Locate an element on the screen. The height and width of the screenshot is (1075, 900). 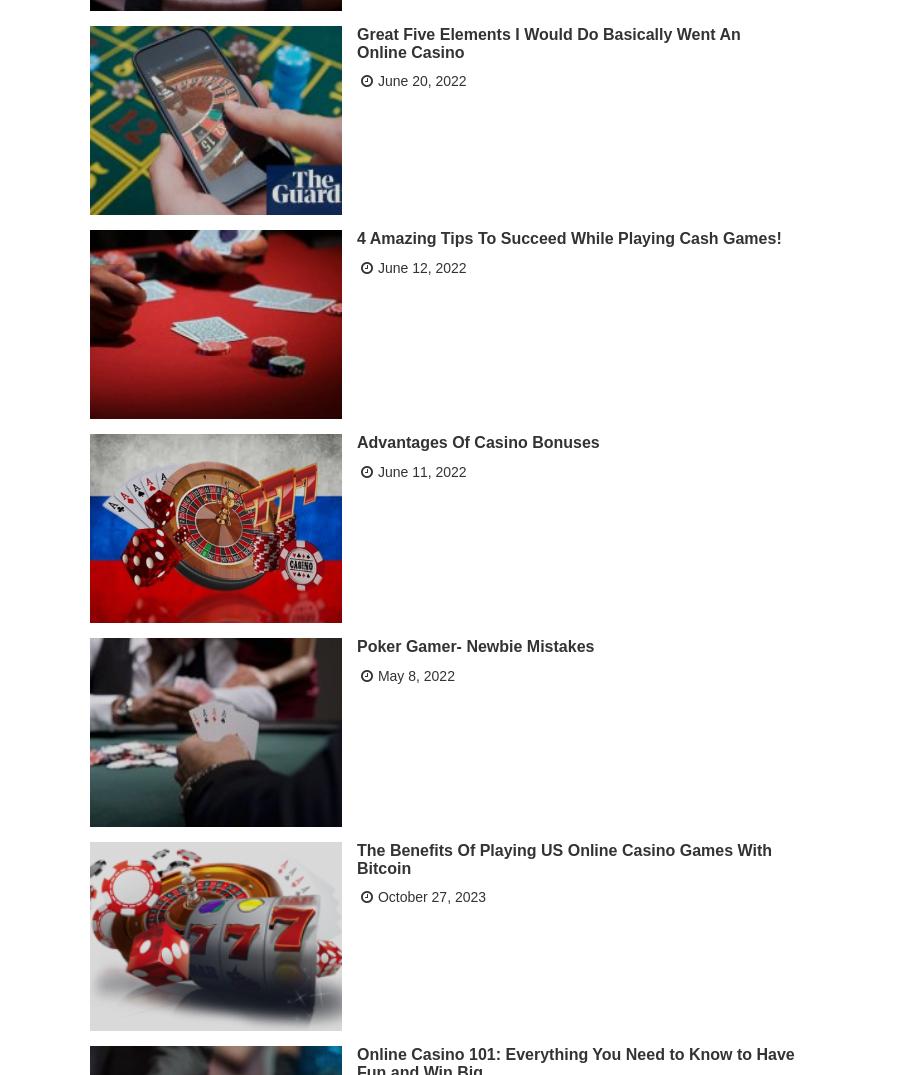
'October 27, 2023' is located at coordinates (431, 895).